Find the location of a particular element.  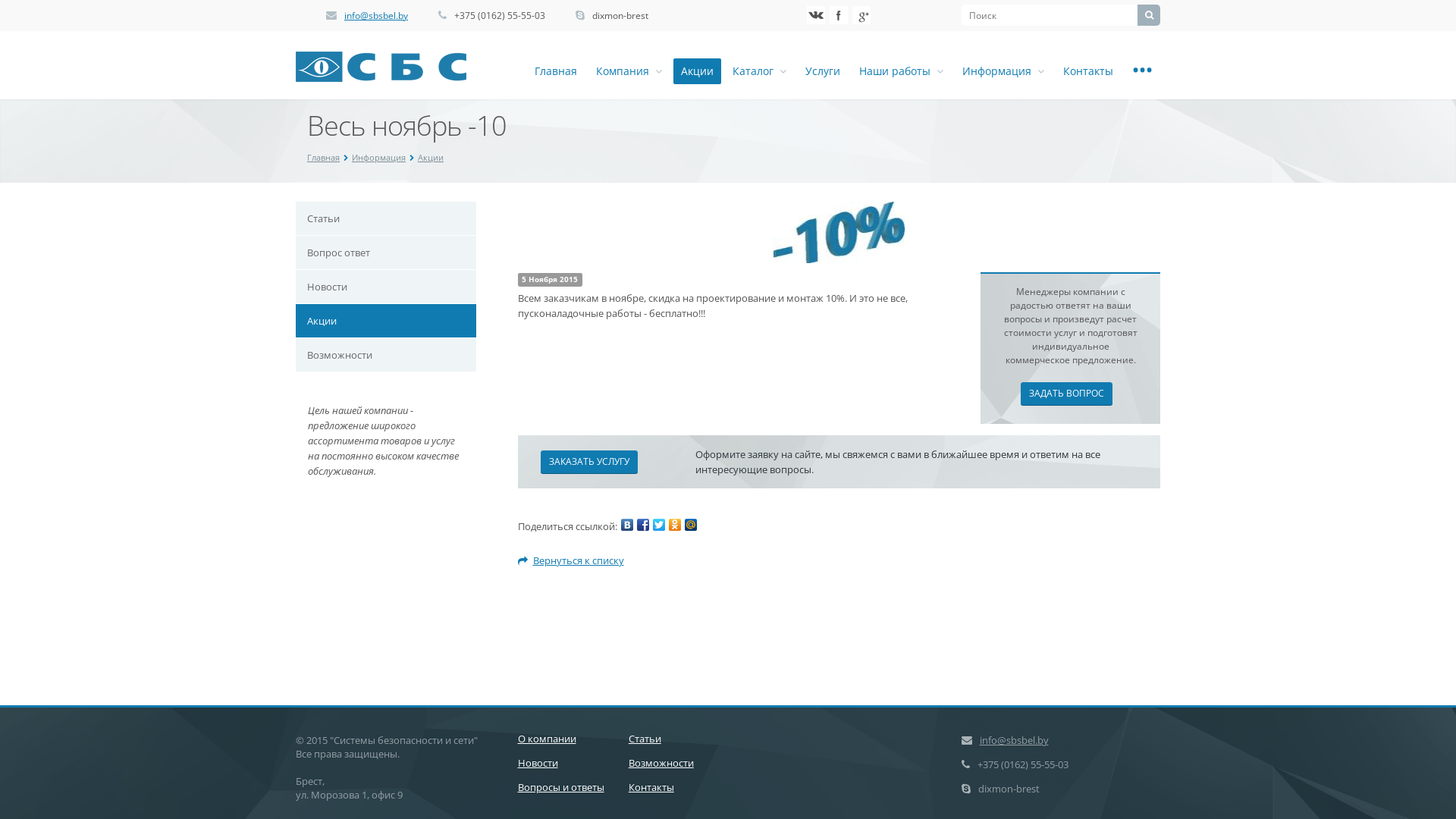

'info@sbsbel.by' is located at coordinates (375, 15).